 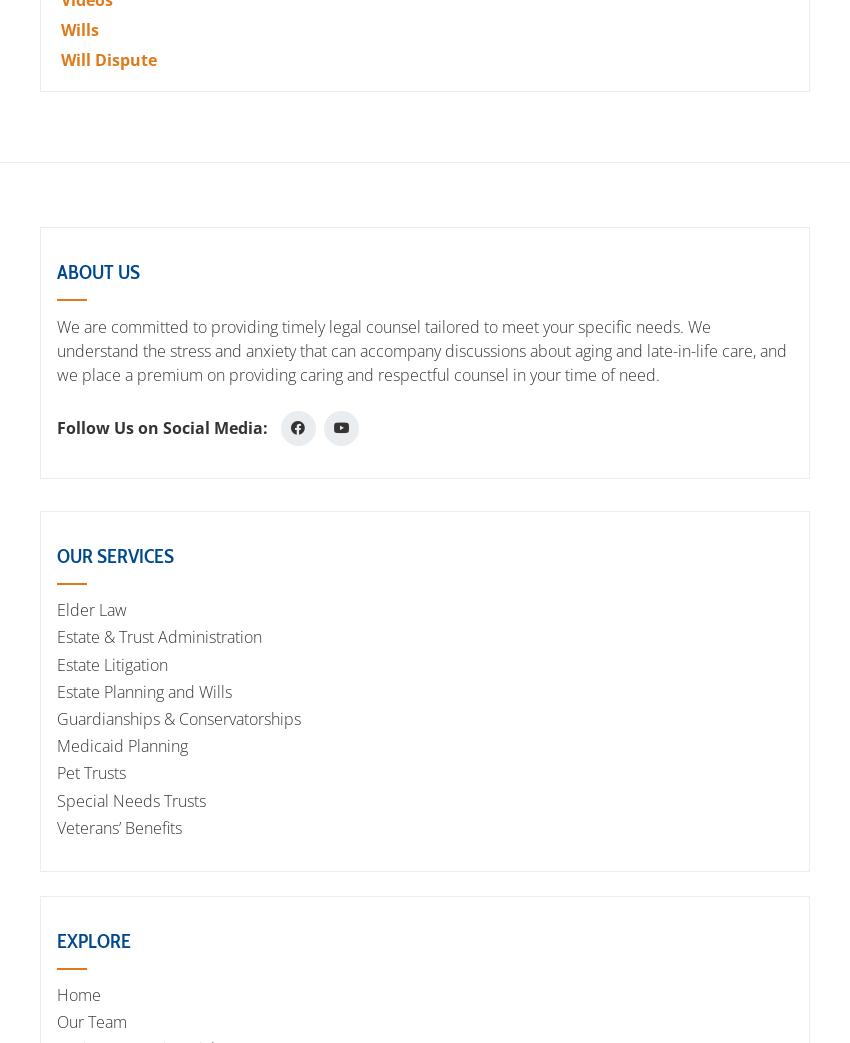 I want to click on 'Estate & Trust Administration', so click(x=57, y=635).